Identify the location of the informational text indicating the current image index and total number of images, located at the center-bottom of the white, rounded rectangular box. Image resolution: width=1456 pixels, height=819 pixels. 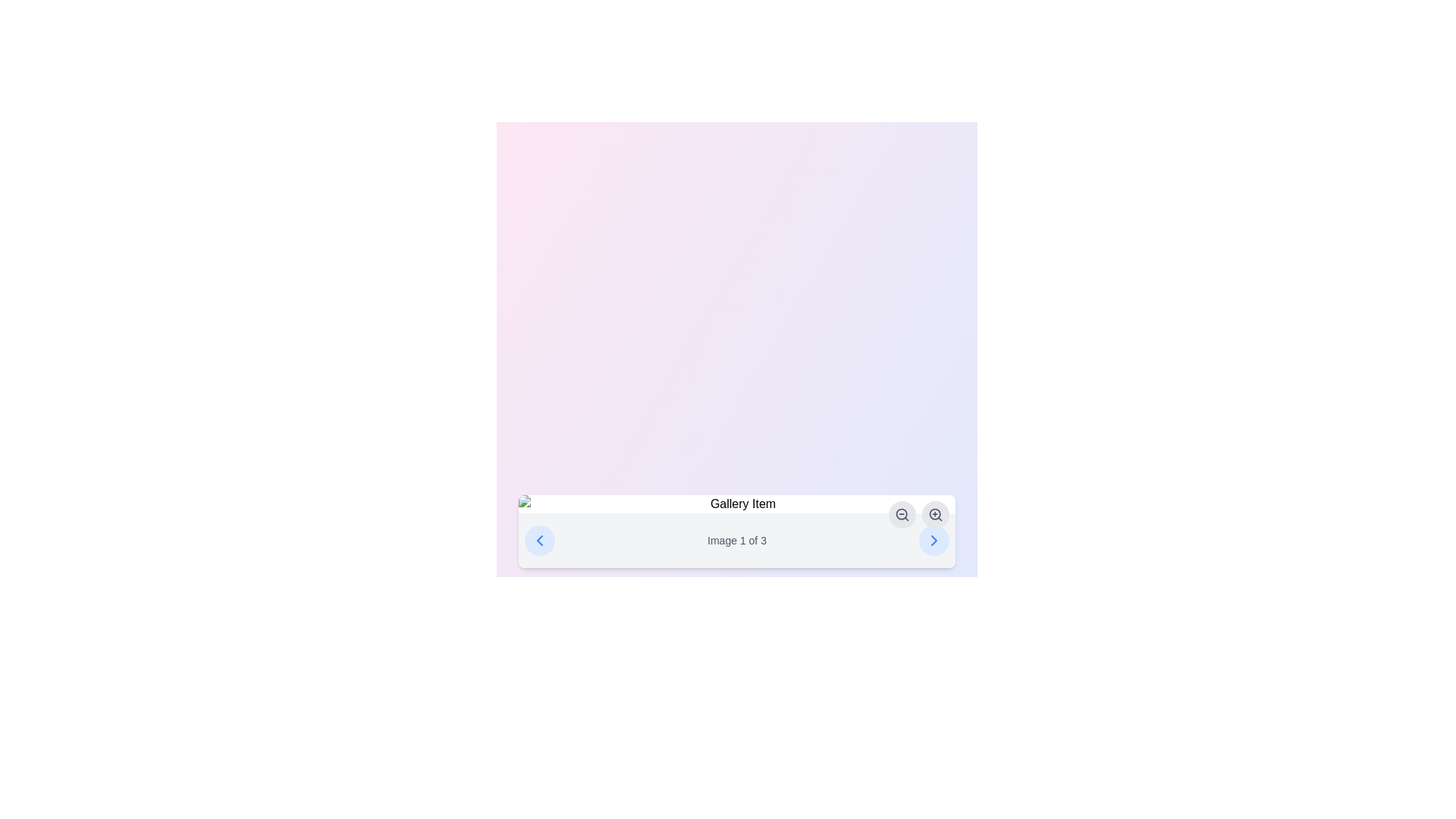
(736, 531).